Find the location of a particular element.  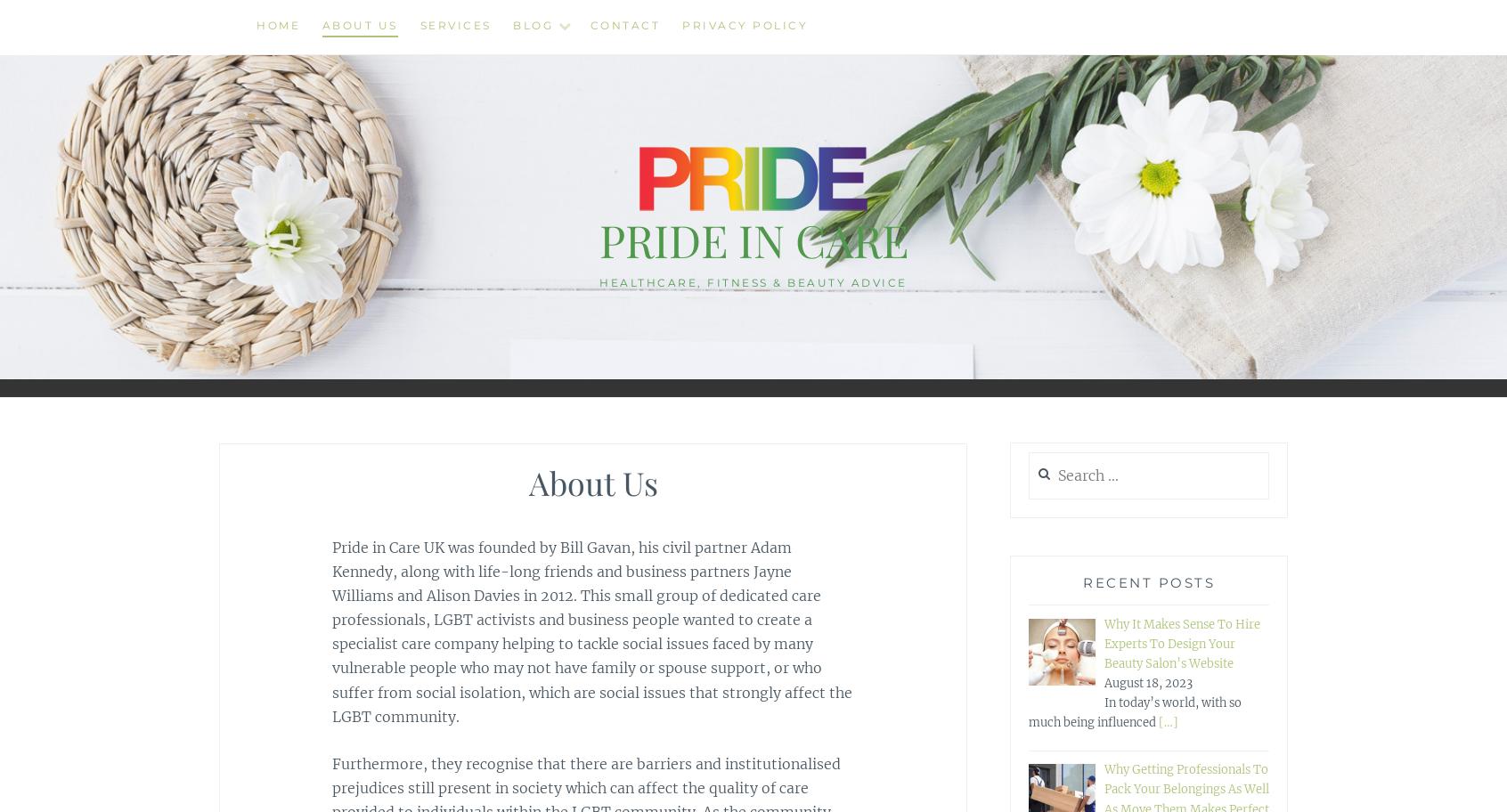

'Services' is located at coordinates (454, 25).